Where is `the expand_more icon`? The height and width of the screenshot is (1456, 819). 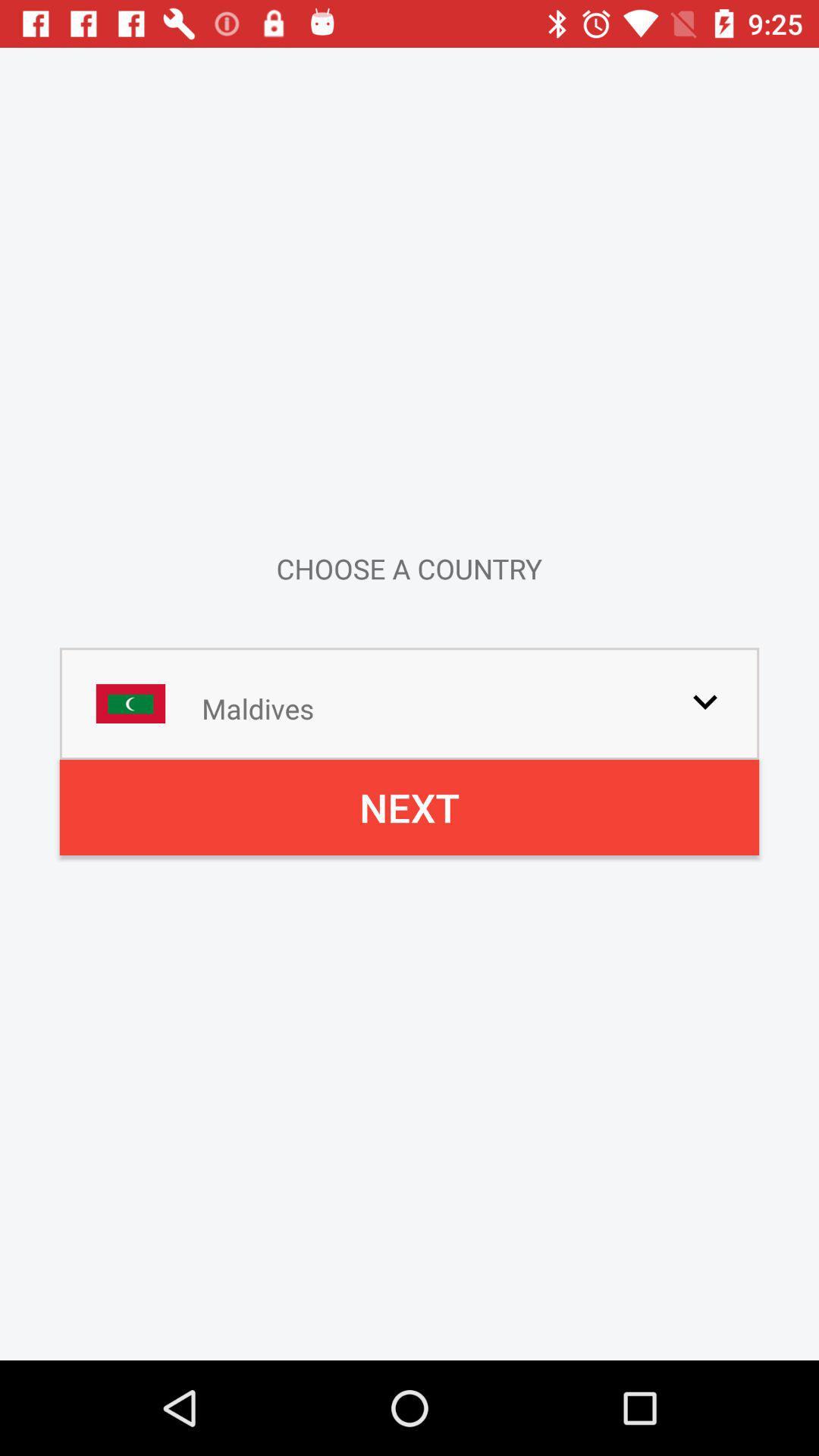 the expand_more icon is located at coordinates (704, 701).